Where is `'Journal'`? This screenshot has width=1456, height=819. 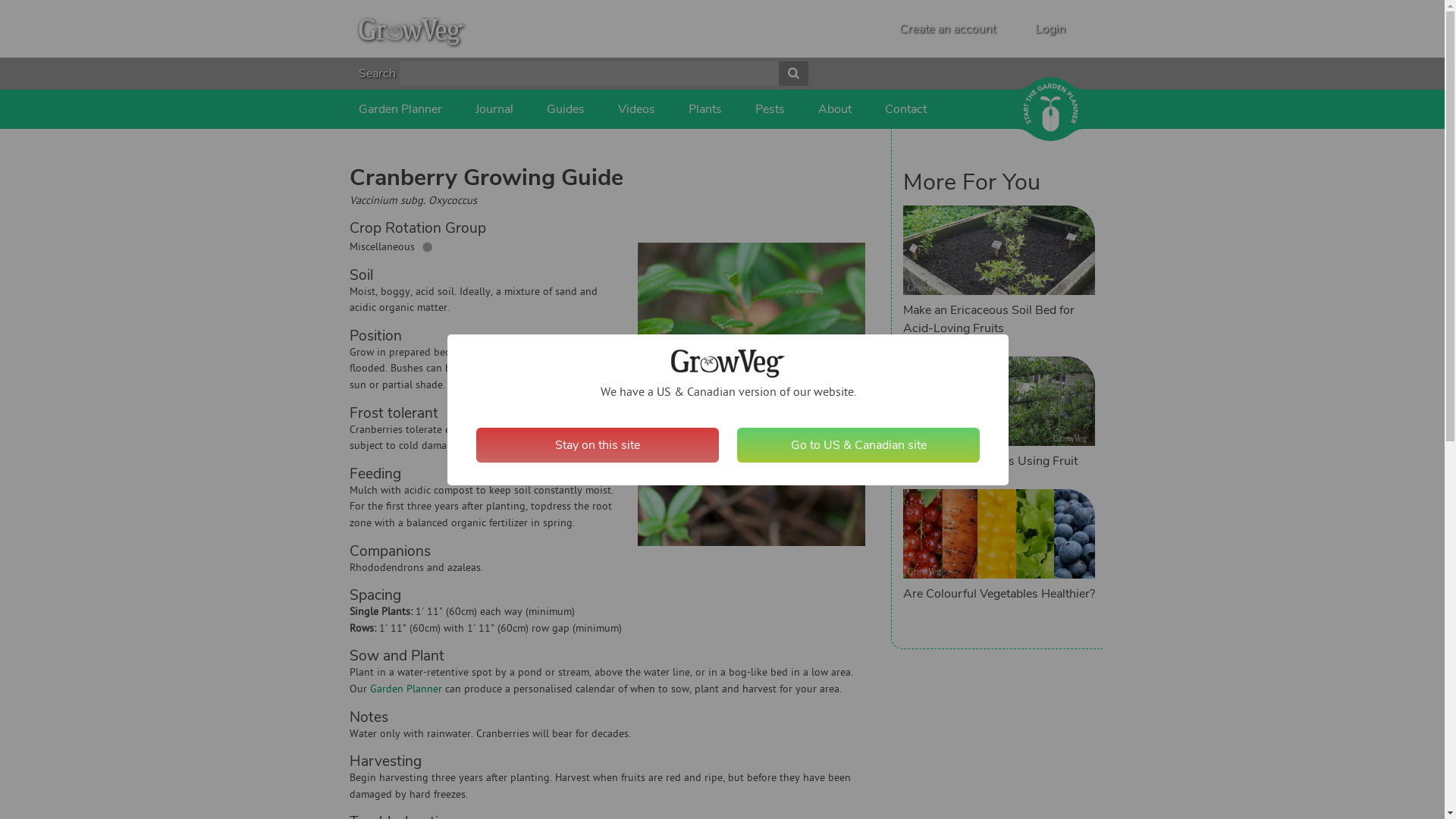 'Journal' is located at coordinates (494, 108).